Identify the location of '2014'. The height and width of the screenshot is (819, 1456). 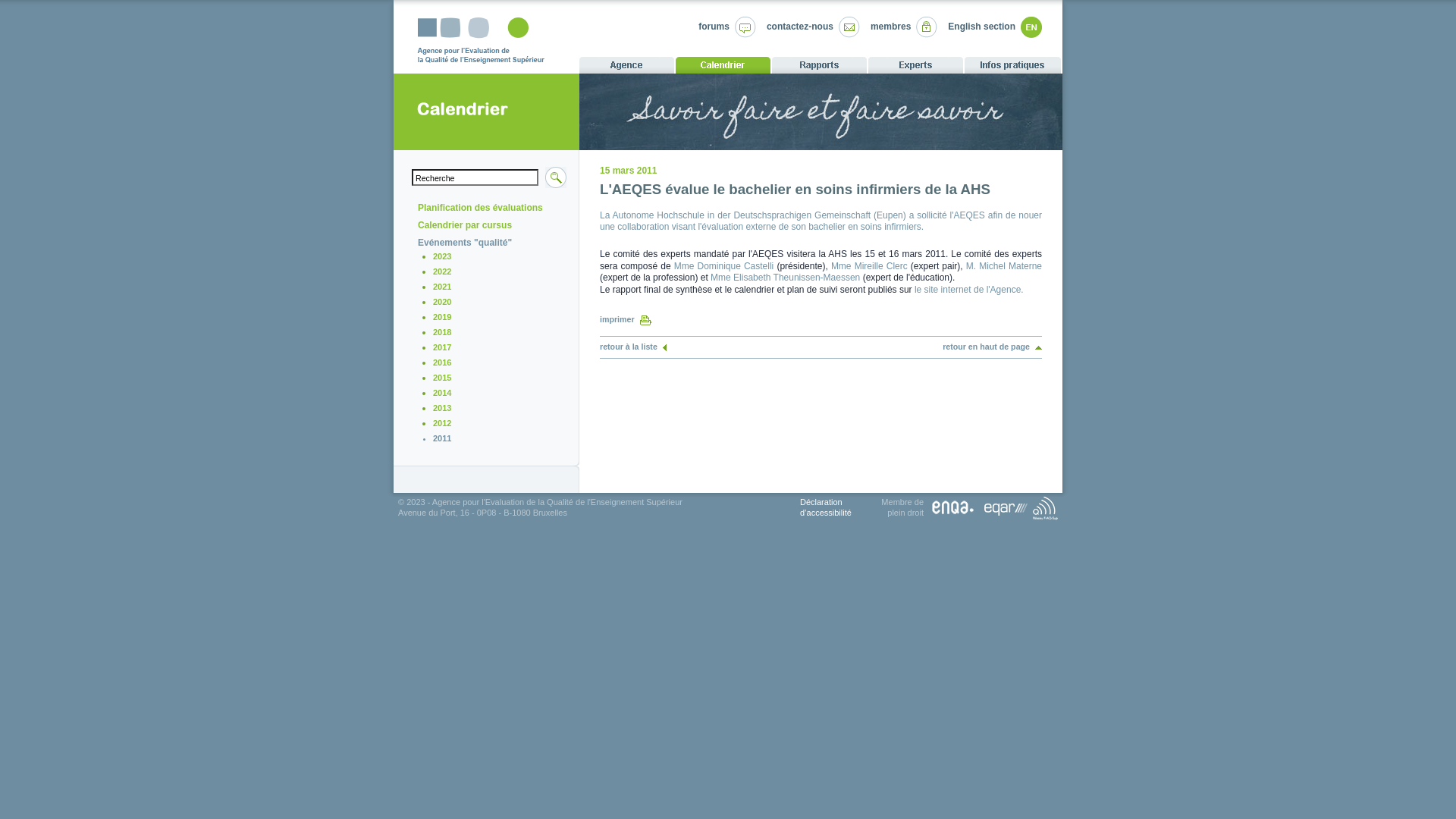
(432, 391).